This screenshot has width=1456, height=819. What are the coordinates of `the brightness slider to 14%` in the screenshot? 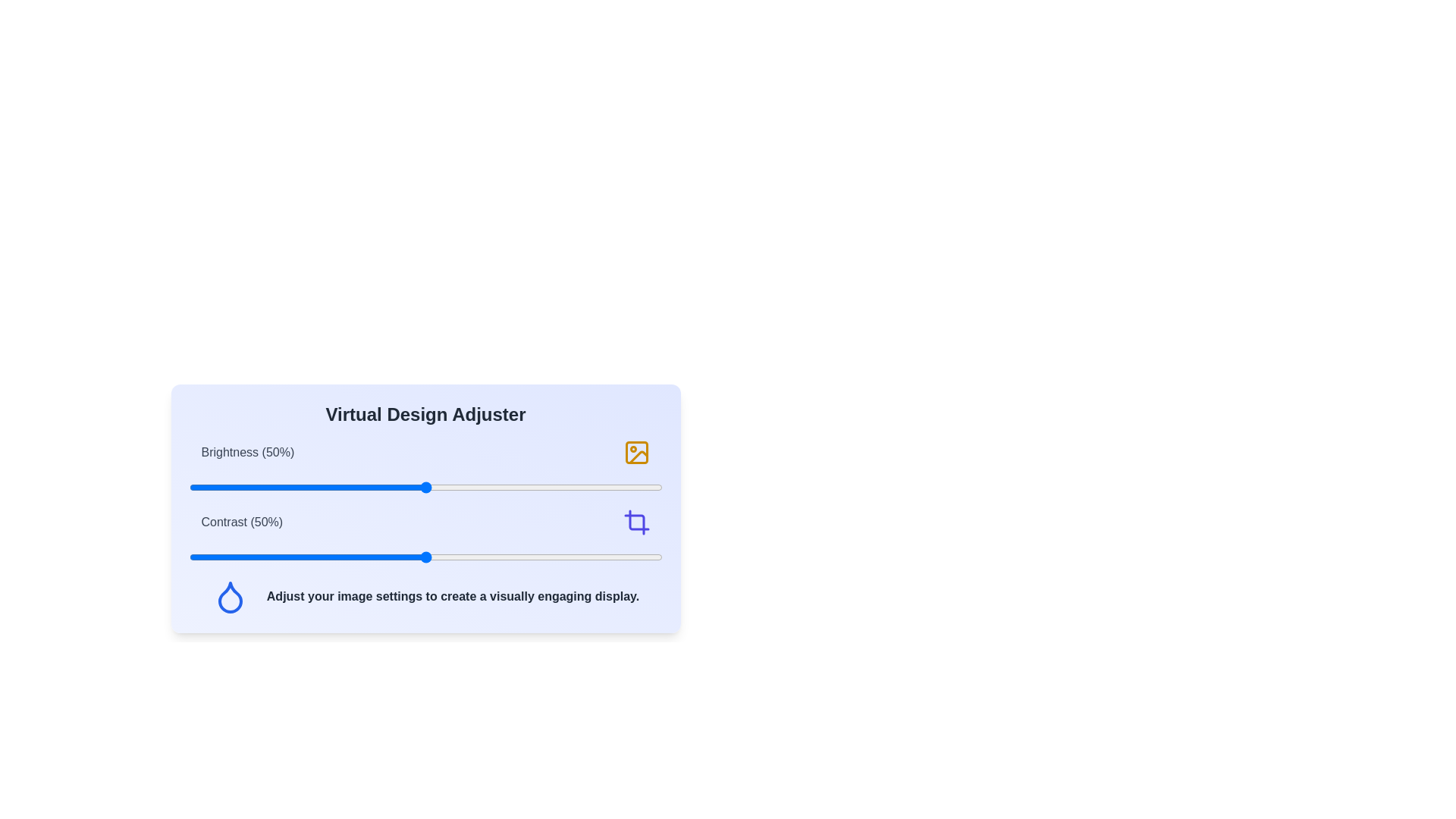 It's located at (255, 488).